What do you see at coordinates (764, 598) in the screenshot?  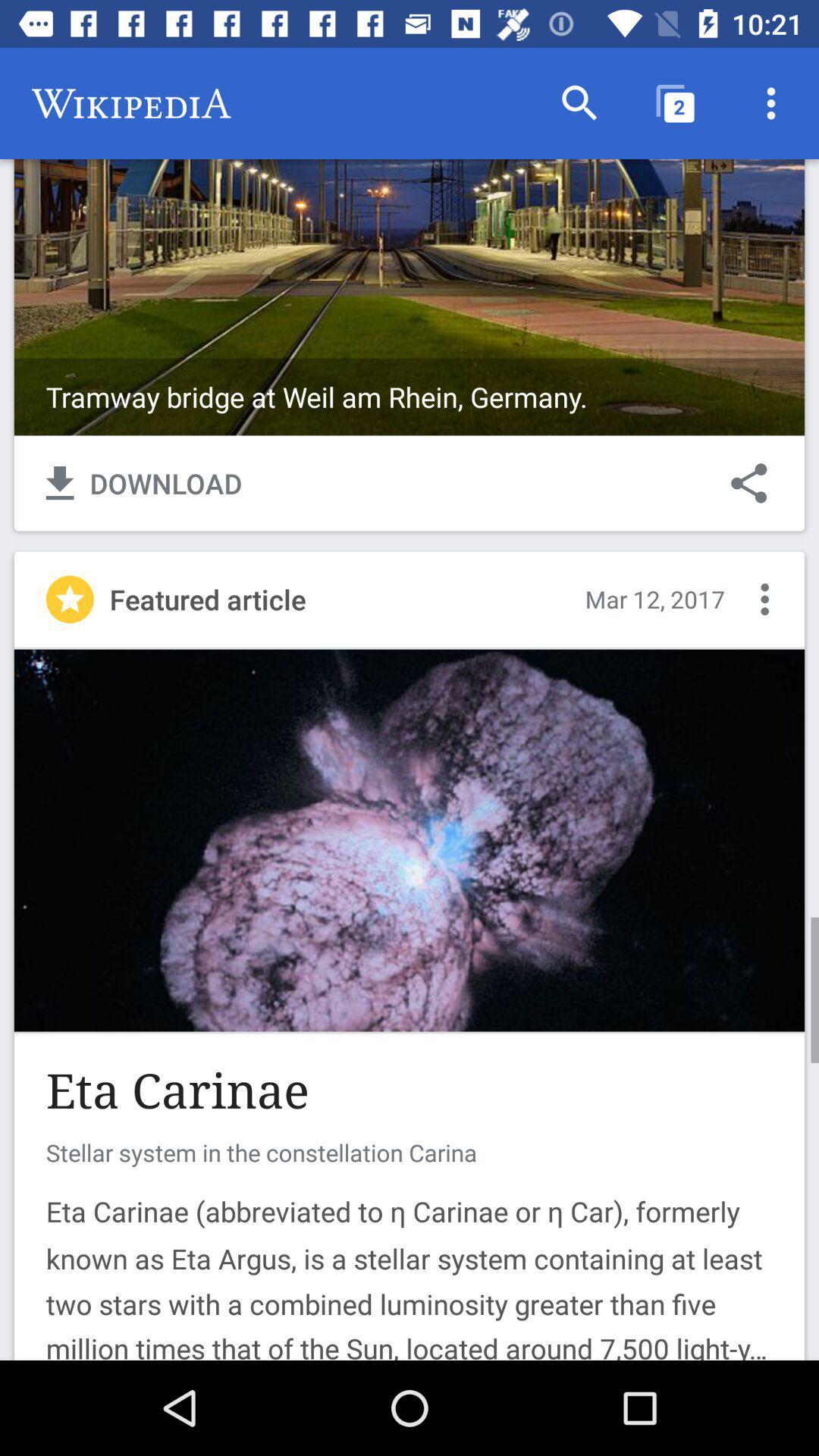 I see `available options` at bounding box center [764, 598].